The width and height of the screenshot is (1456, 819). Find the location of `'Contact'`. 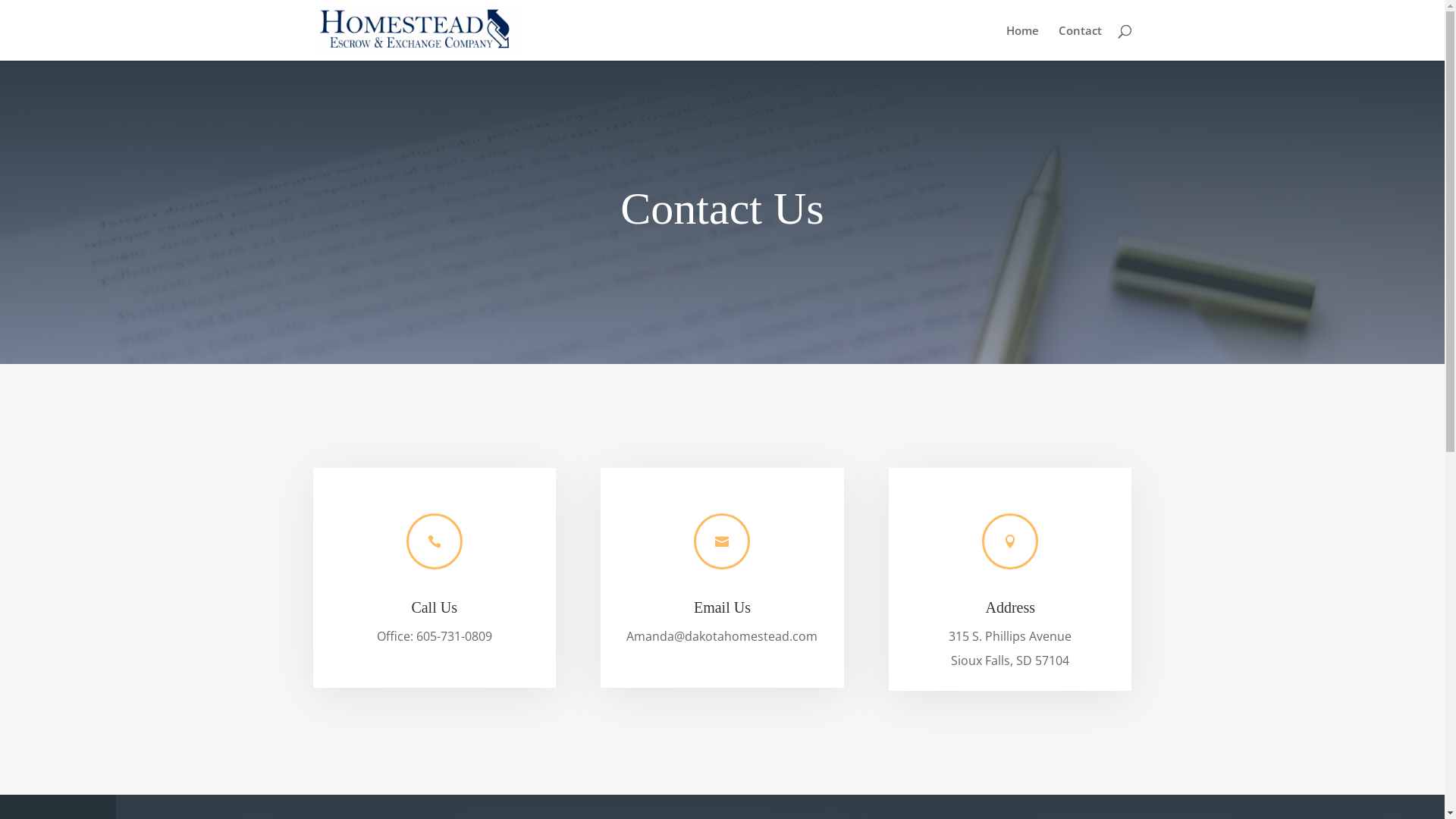

'Contact' is located at coordinates (1058, 42).